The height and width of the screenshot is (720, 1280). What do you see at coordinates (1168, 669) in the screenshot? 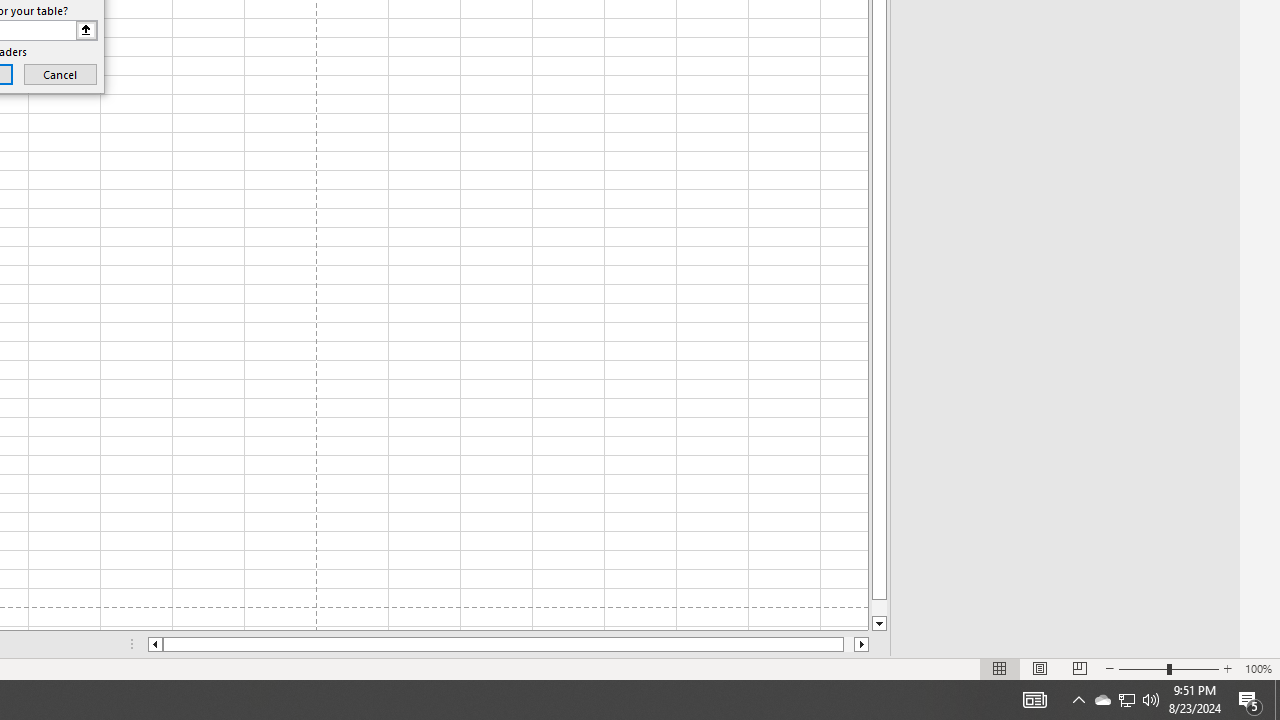
I see `'Zoom'` at bounding box center [1168, 669].